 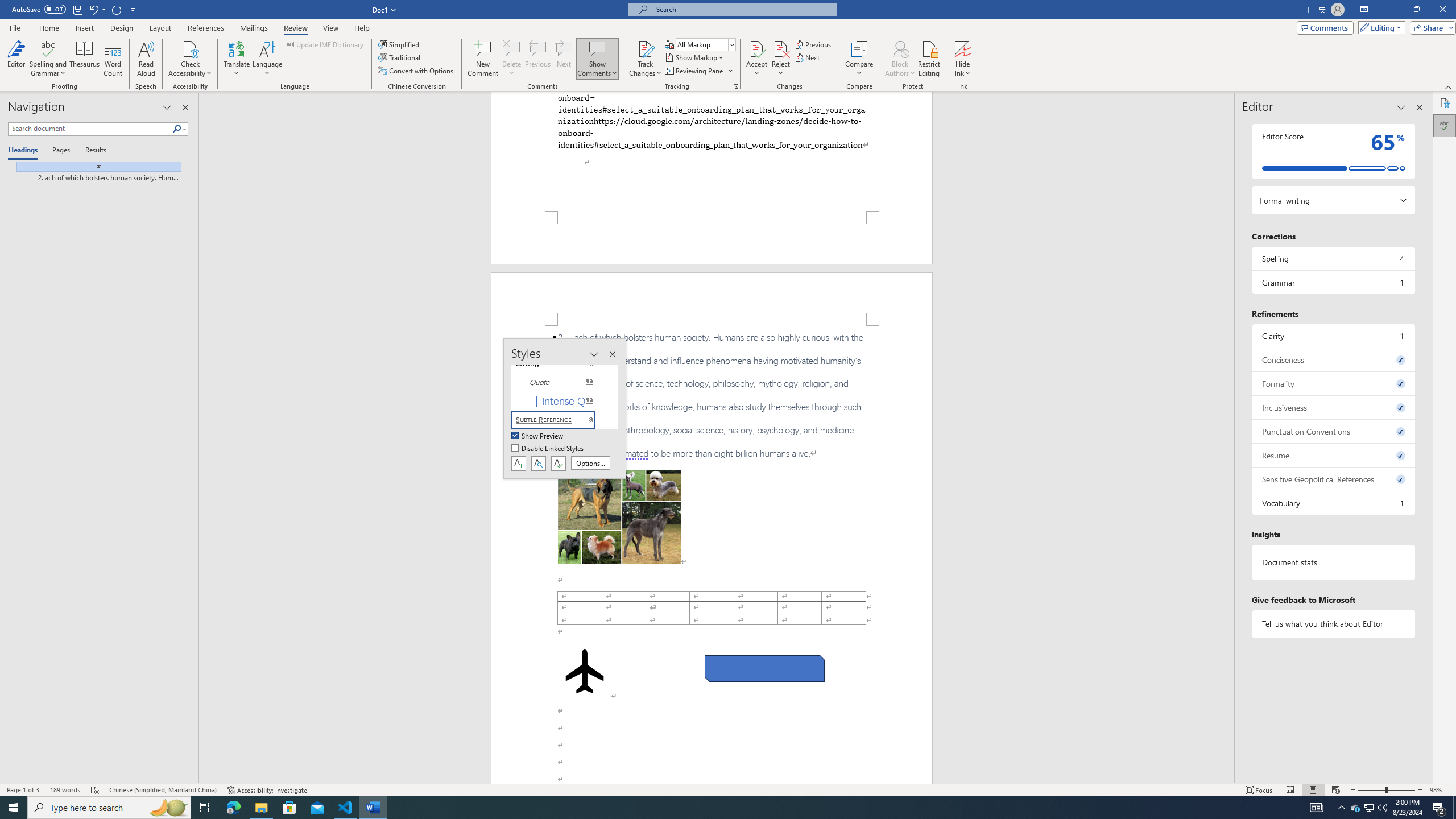 What do you see at coordinates (74, 9) in the screenshot?
I see `'Quick Access Toolbar'` at bounding box center [74, 9].